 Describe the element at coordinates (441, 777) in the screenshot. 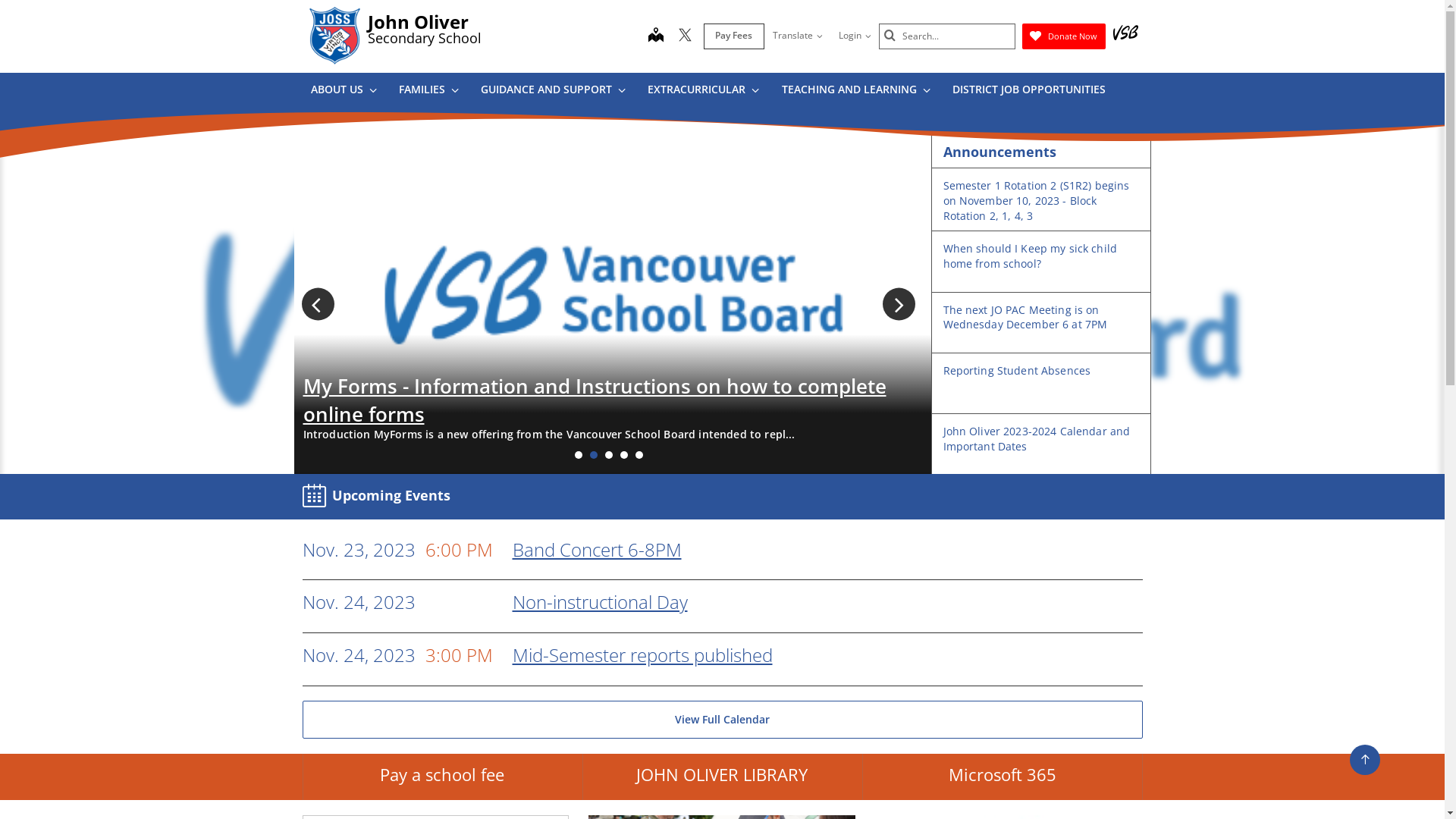

I see `'Pay a school fee'` at that location.